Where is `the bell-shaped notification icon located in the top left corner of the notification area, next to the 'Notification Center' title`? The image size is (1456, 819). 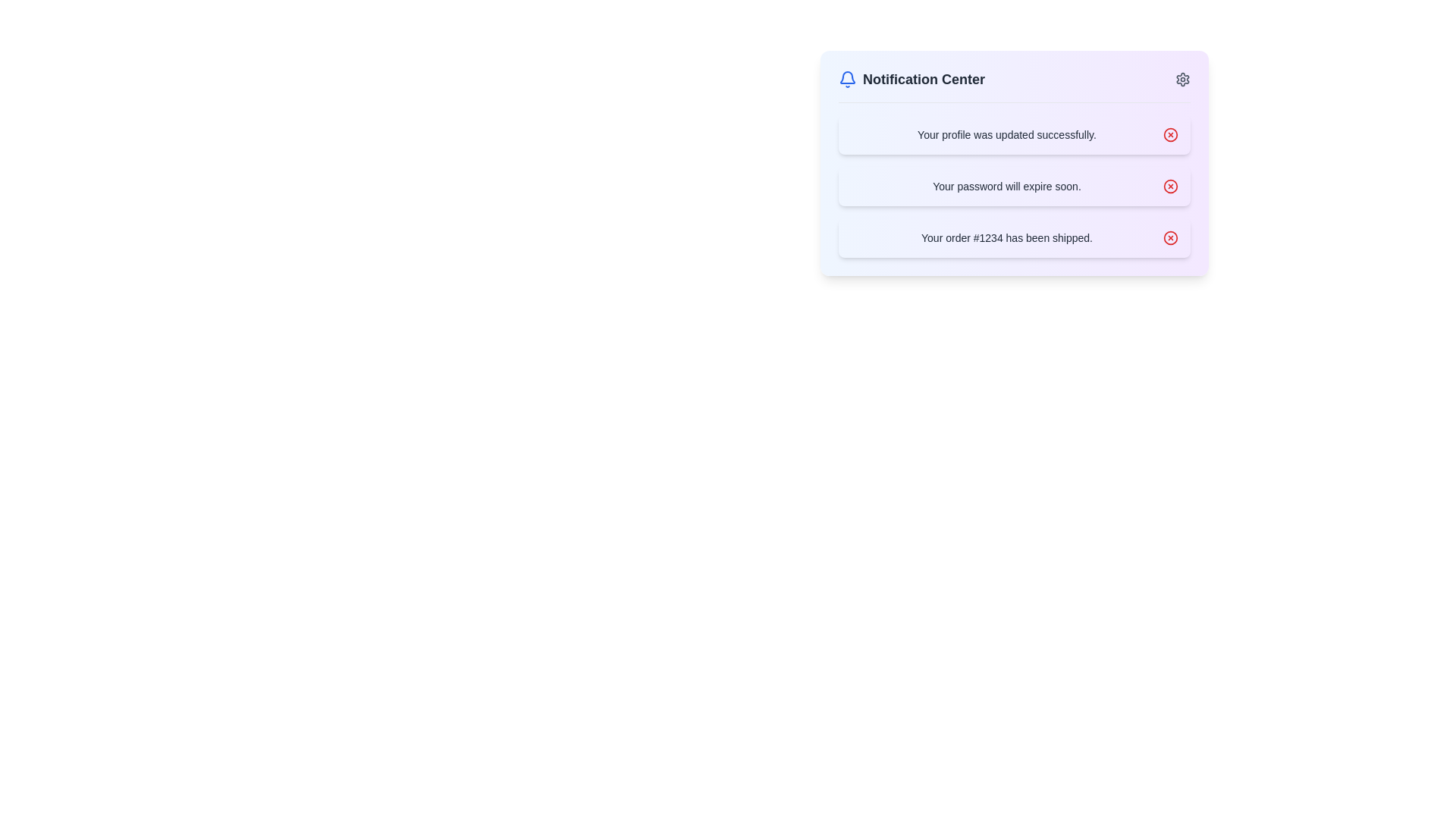
the bell-shaped notification icon located in the top left corner of the notification area, next to the 'Notification Center' title is located at coordinates (847, 77).